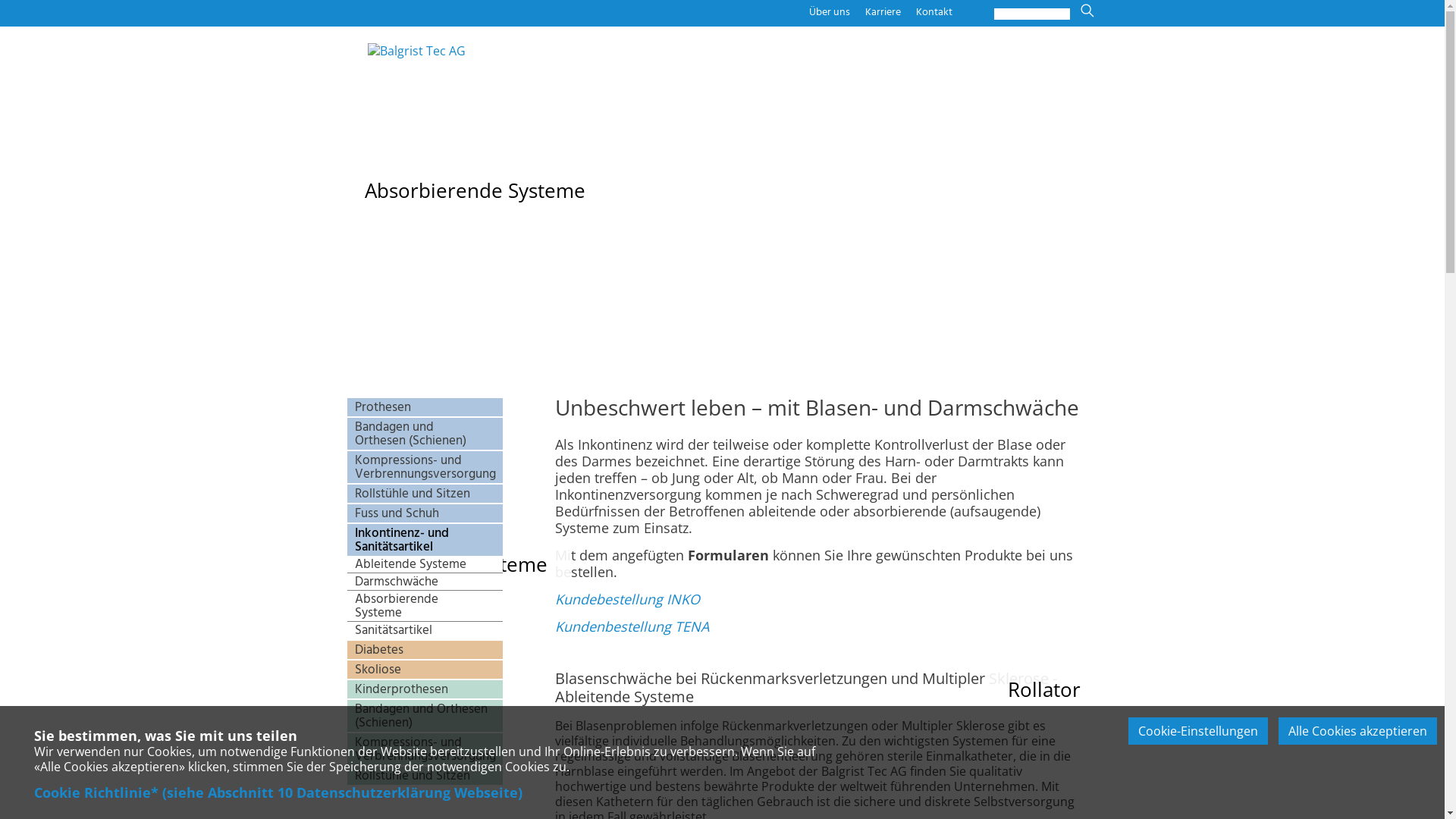  I want to click on 'Bandagen und, so click(425, 433).